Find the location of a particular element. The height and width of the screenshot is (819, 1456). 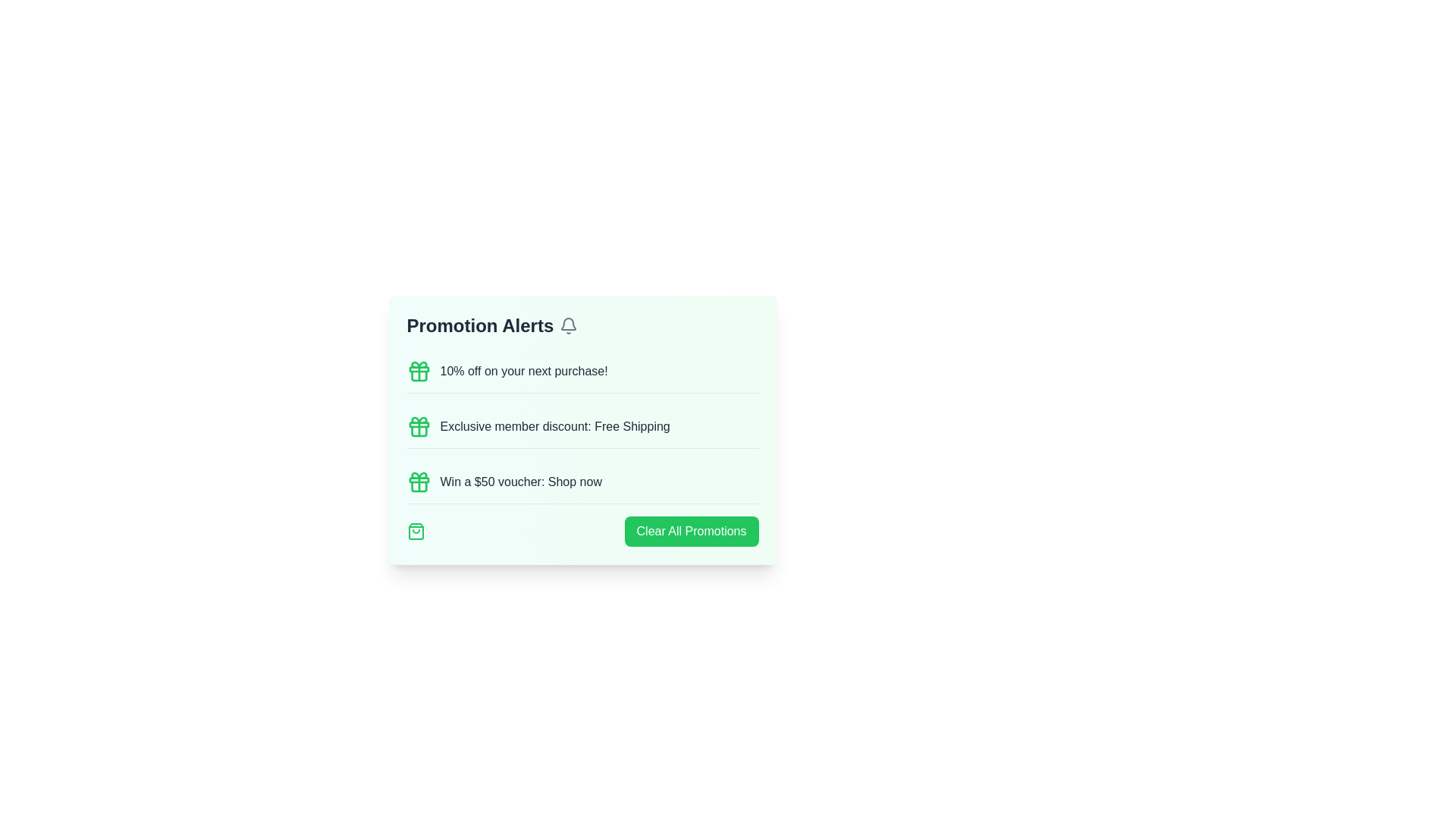

an individual promotion within the List of promotional items located in the 'Promotion Alerts' section is located at coordinates (582, 447).